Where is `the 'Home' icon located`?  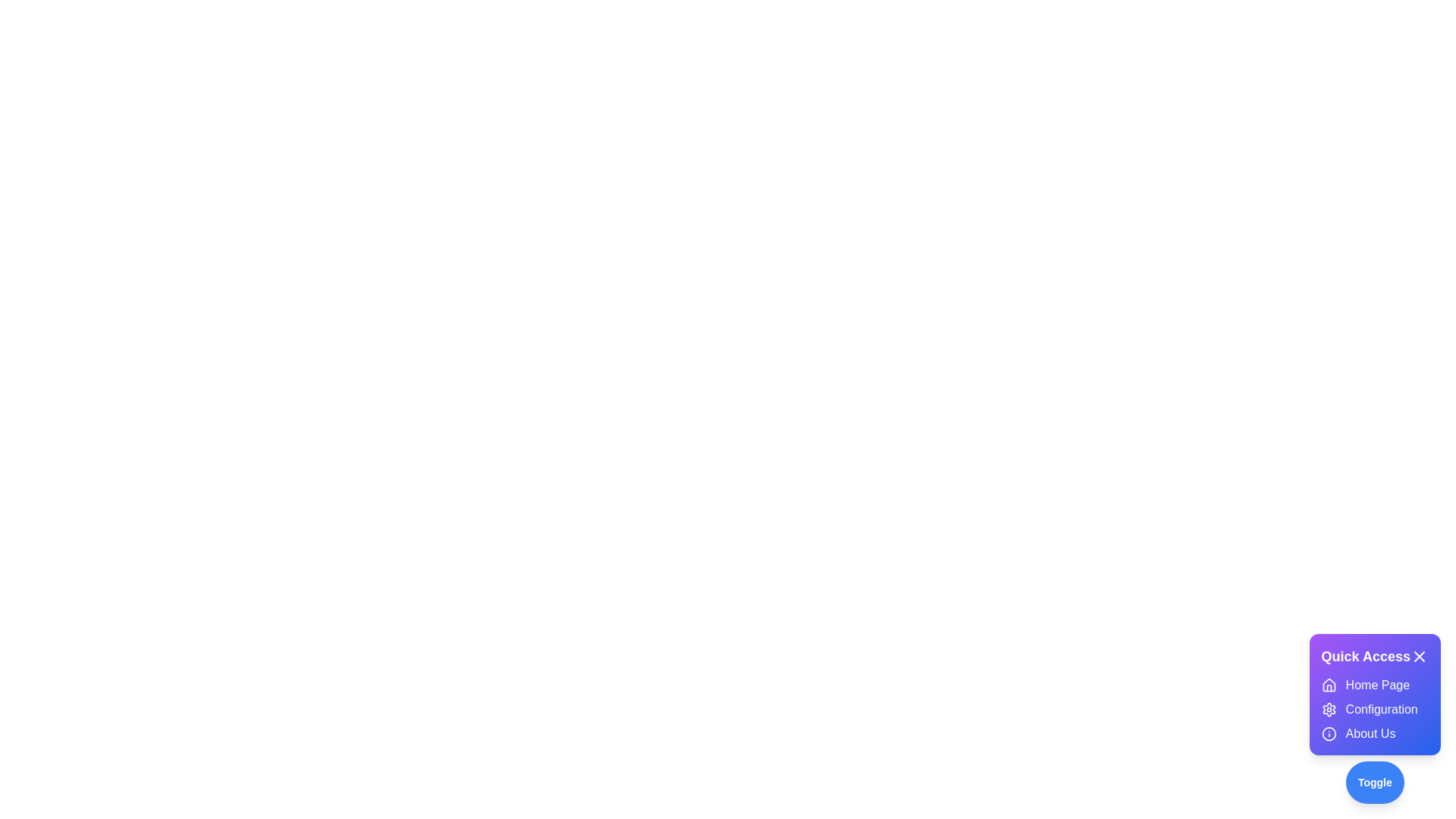 the 'Home' icon located is located at coordinates (1328, 685).